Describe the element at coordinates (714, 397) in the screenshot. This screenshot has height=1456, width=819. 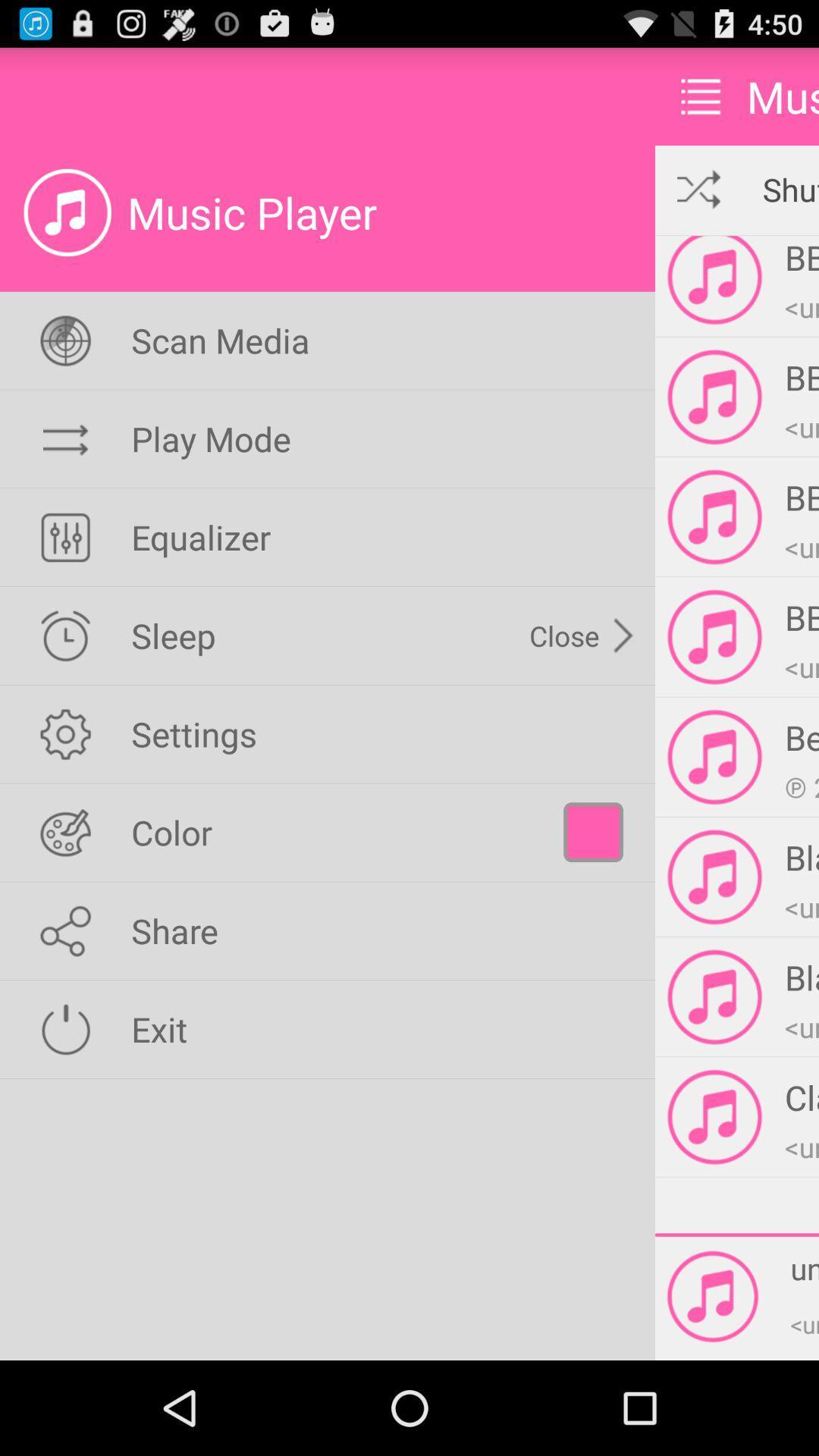
I see `the second music icon on the right hand side` at that location.